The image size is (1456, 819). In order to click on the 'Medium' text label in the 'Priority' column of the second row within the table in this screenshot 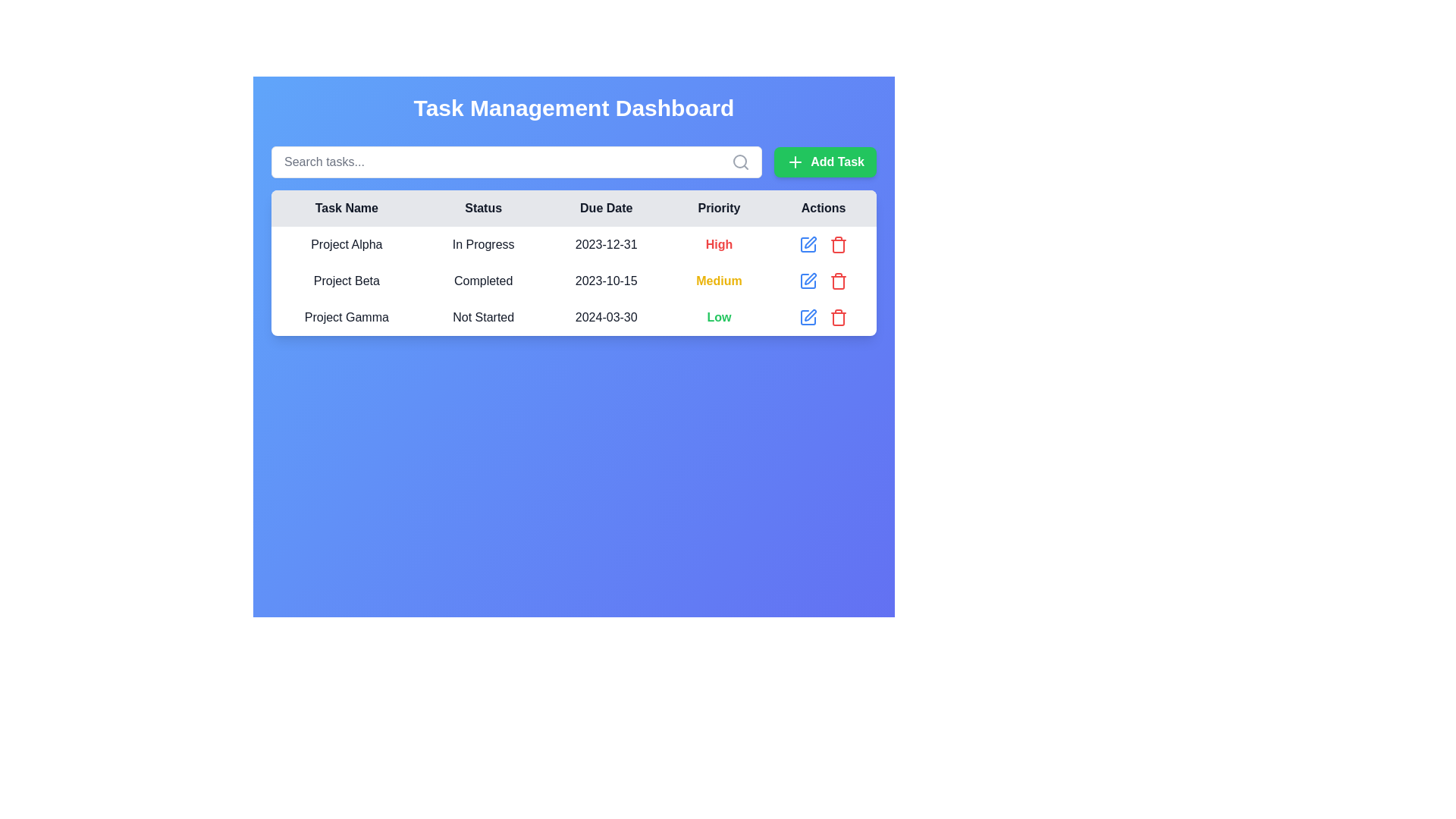, I will do `click(718, 281)`.